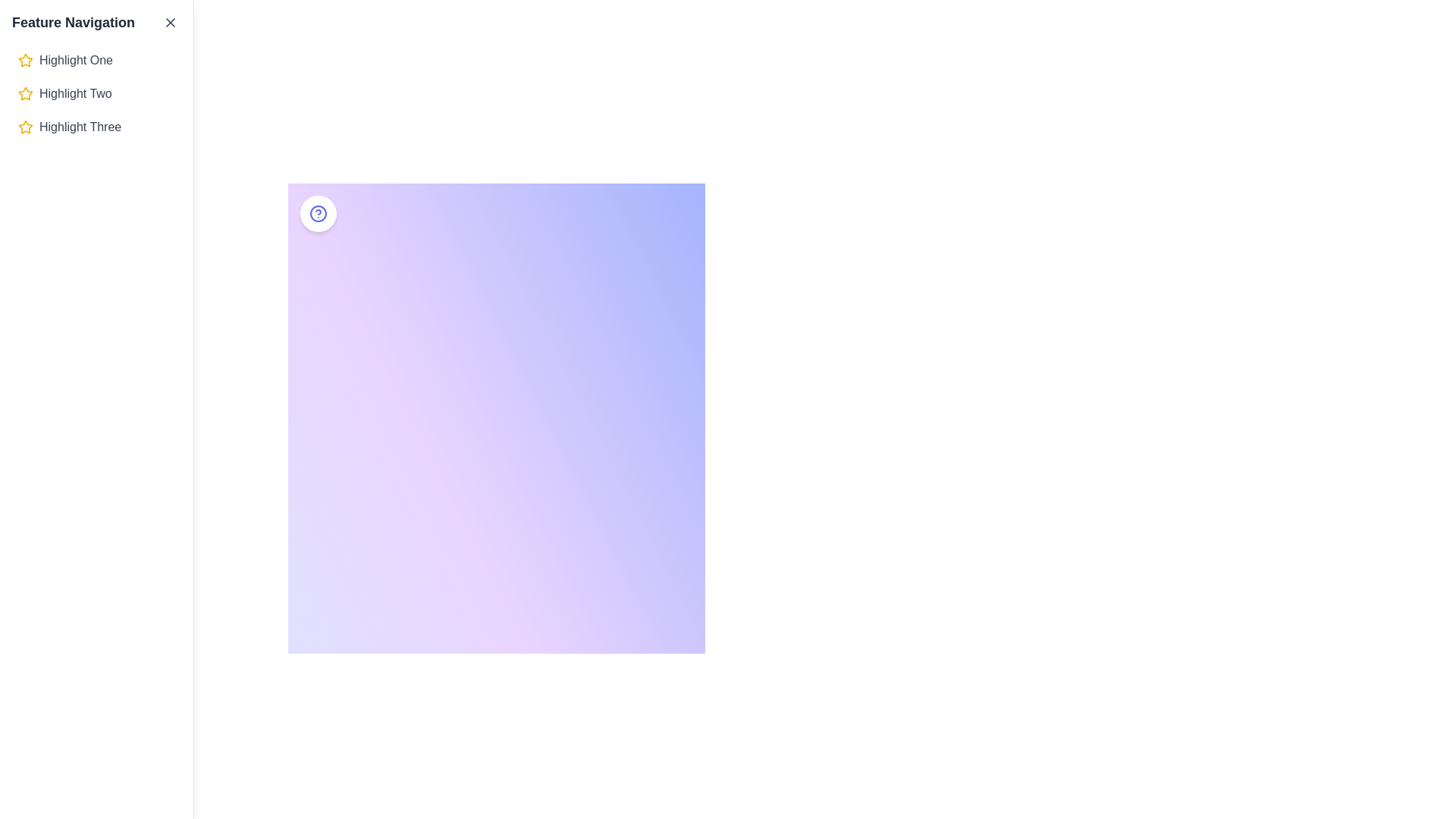 Image resolution: width=1456 pixels, height=819 pixels. Describe the element at coordinates (96, 93) in the screenshot. I see `the second item in the vertical navigation list labeled 'Highlight Two'` at that location.